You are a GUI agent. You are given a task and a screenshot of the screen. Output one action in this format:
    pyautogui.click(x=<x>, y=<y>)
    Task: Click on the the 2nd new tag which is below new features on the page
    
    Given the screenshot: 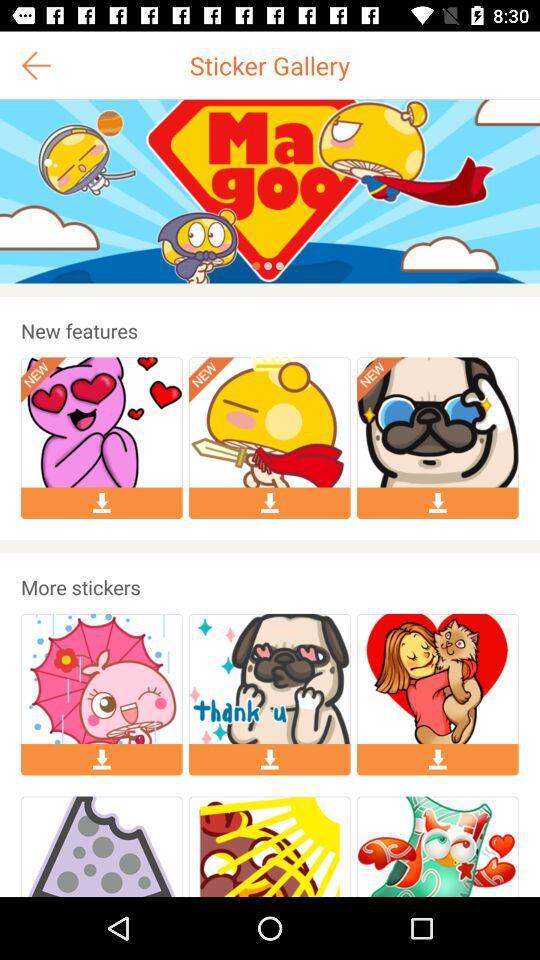 What is the action you would take?
    pyautogui.click(x=211, y=379)
    